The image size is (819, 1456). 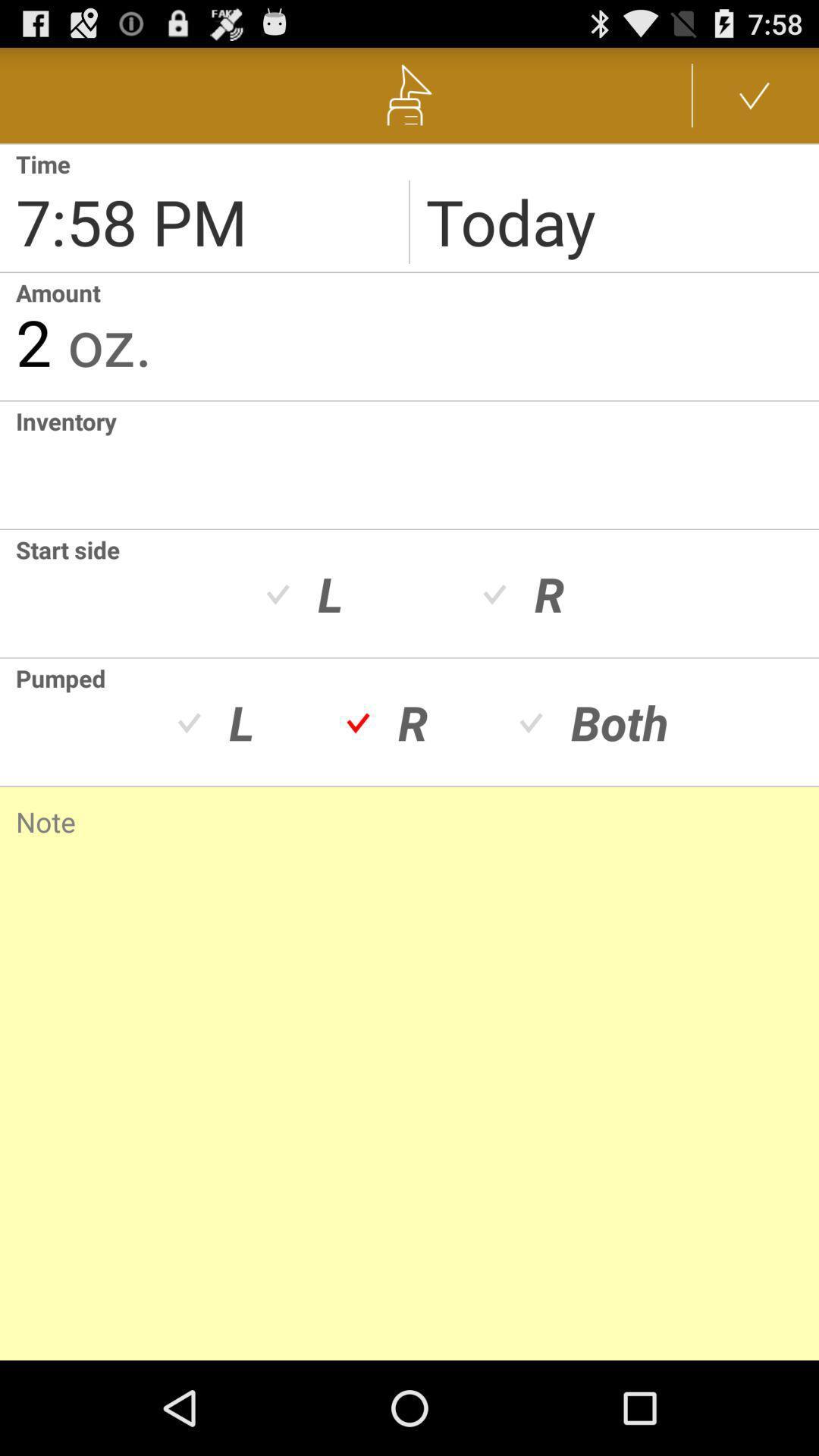 What do you see at coordinates (755, 94) in the screenshot?
I see `complete the action` at bounding box center [755, 94].